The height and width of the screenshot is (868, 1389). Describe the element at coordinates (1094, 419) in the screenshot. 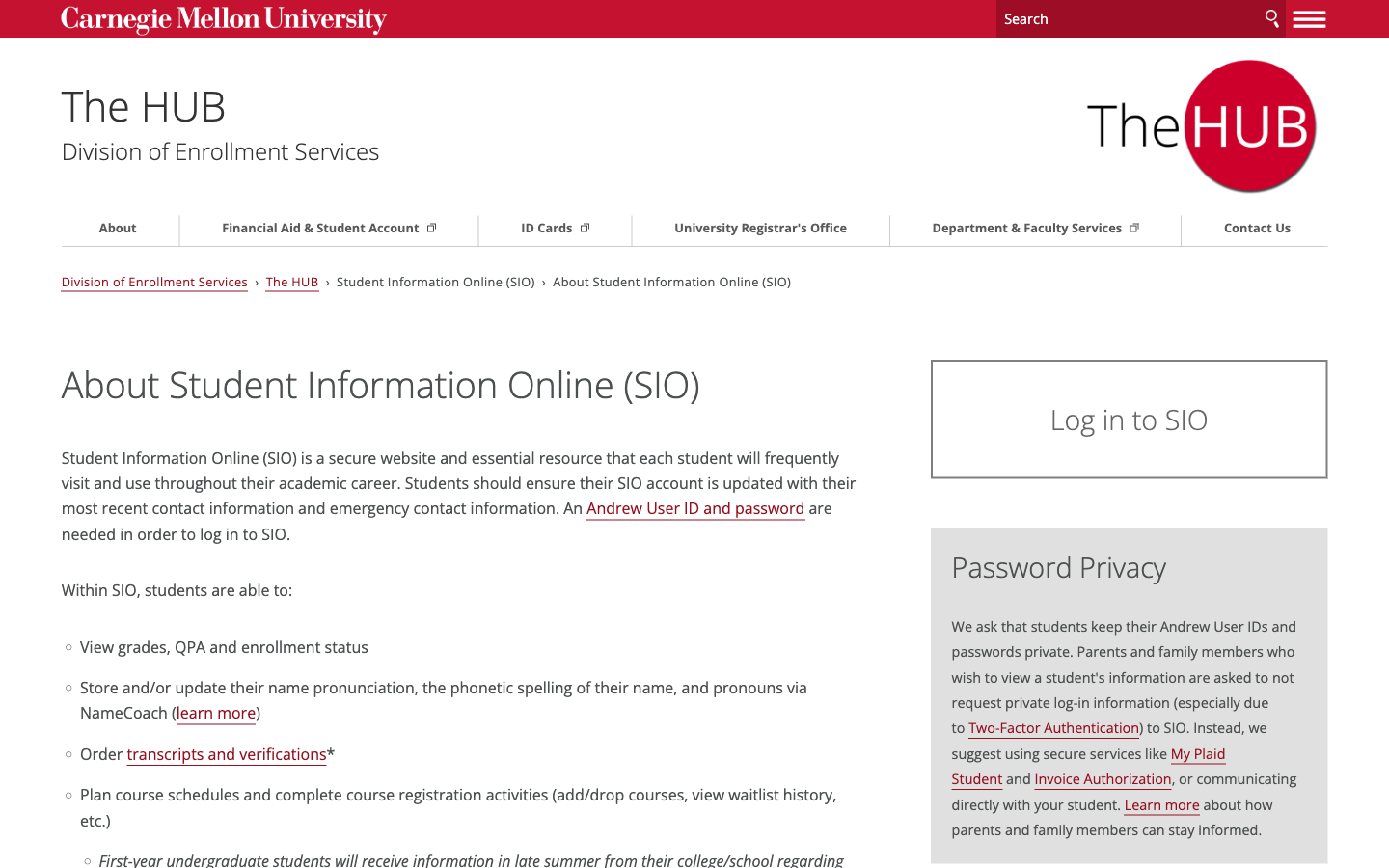

I see `Sign-in Page` at that location.